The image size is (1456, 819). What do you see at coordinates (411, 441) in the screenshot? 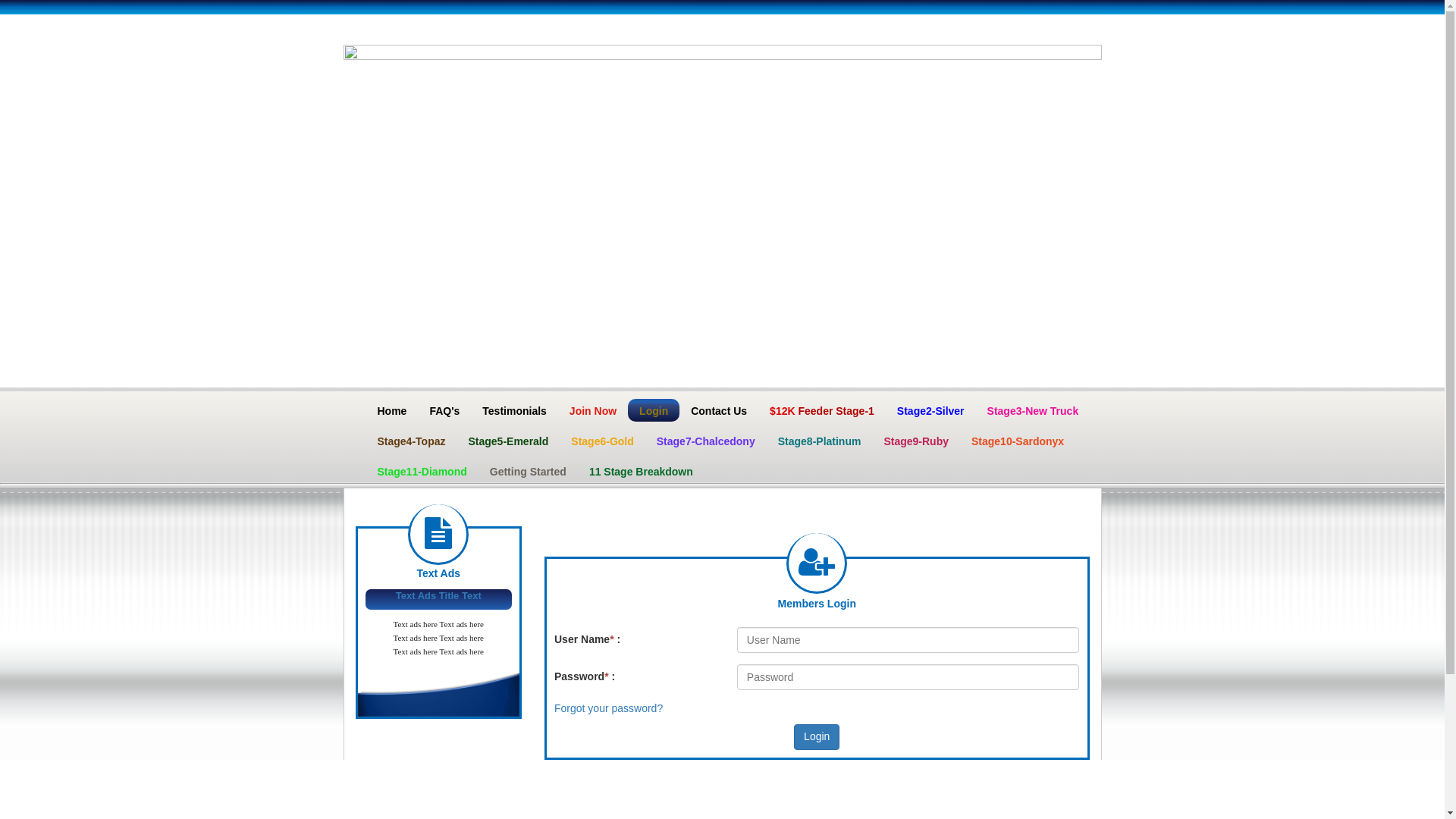
I see `'Stage4-Topaz'` at bounding box center [411, 441].